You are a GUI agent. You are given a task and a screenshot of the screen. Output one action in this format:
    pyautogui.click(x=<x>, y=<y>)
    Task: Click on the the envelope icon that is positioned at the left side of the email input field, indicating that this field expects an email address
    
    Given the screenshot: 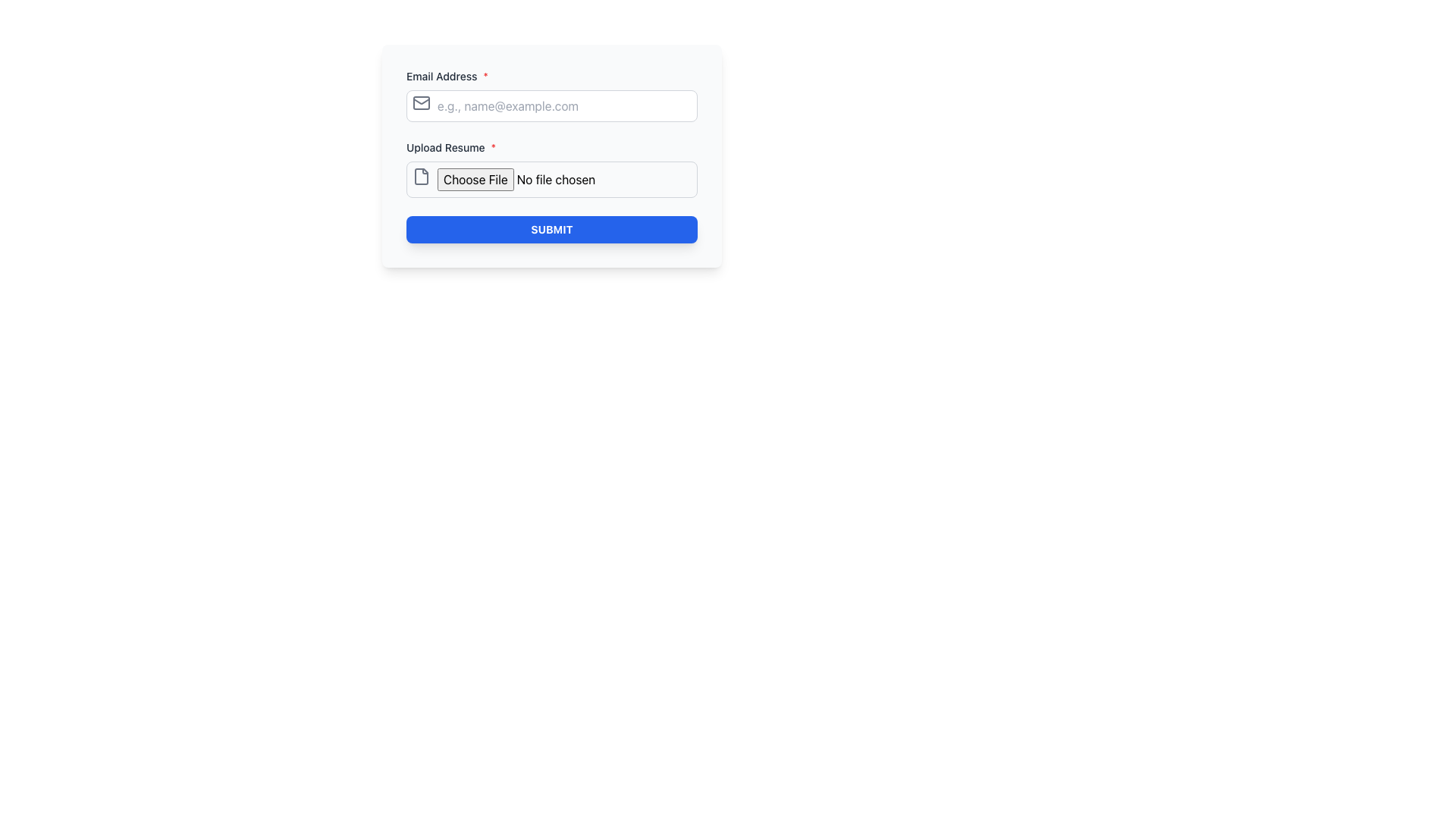 What is the action you would take?
    pyautogui.click(x=422, y=102)
    